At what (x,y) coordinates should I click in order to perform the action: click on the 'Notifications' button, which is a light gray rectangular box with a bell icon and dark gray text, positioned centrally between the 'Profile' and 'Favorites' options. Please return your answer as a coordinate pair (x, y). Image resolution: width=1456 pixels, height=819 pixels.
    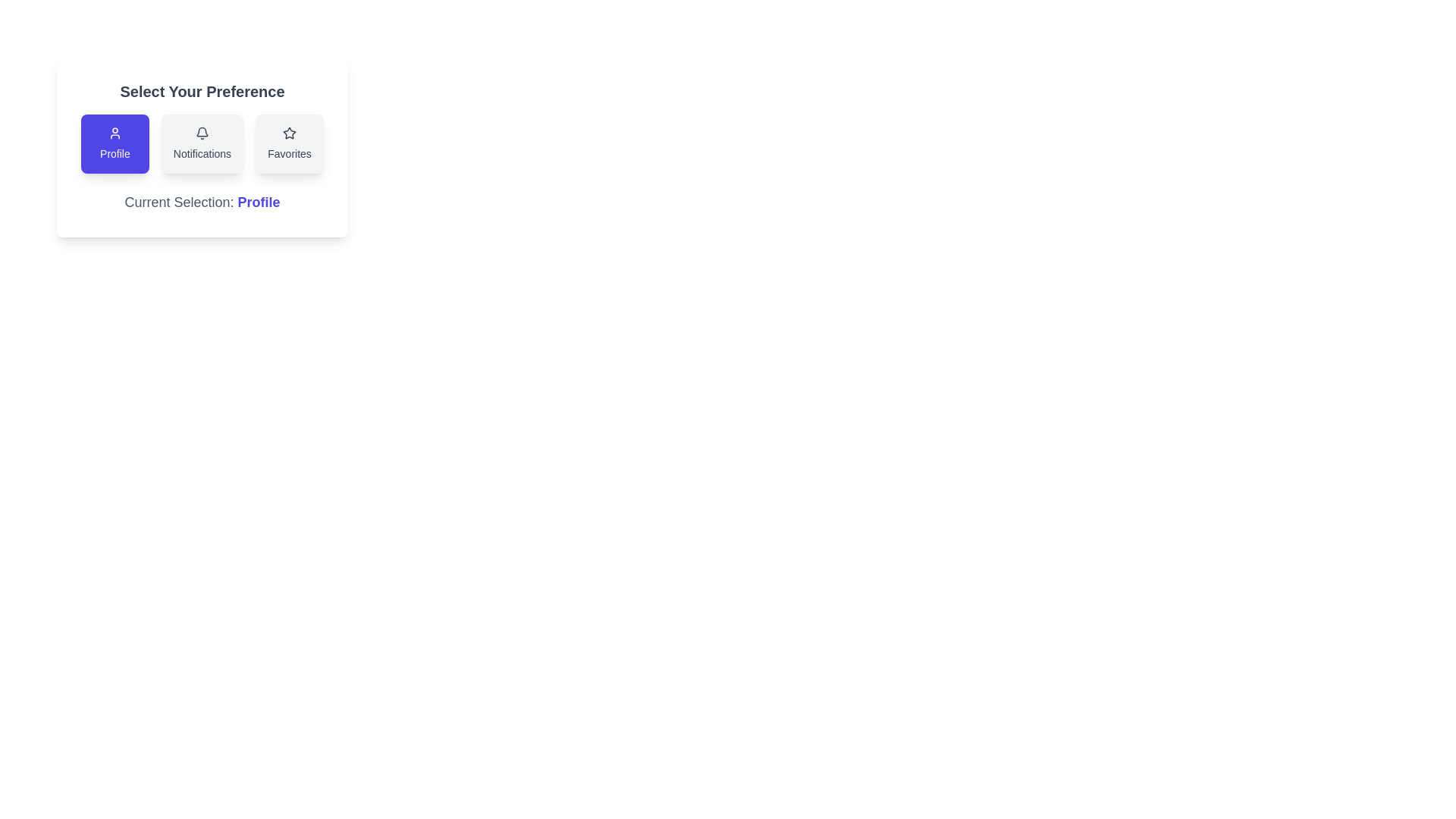
    Looking at the image, I should click on (202, 143).